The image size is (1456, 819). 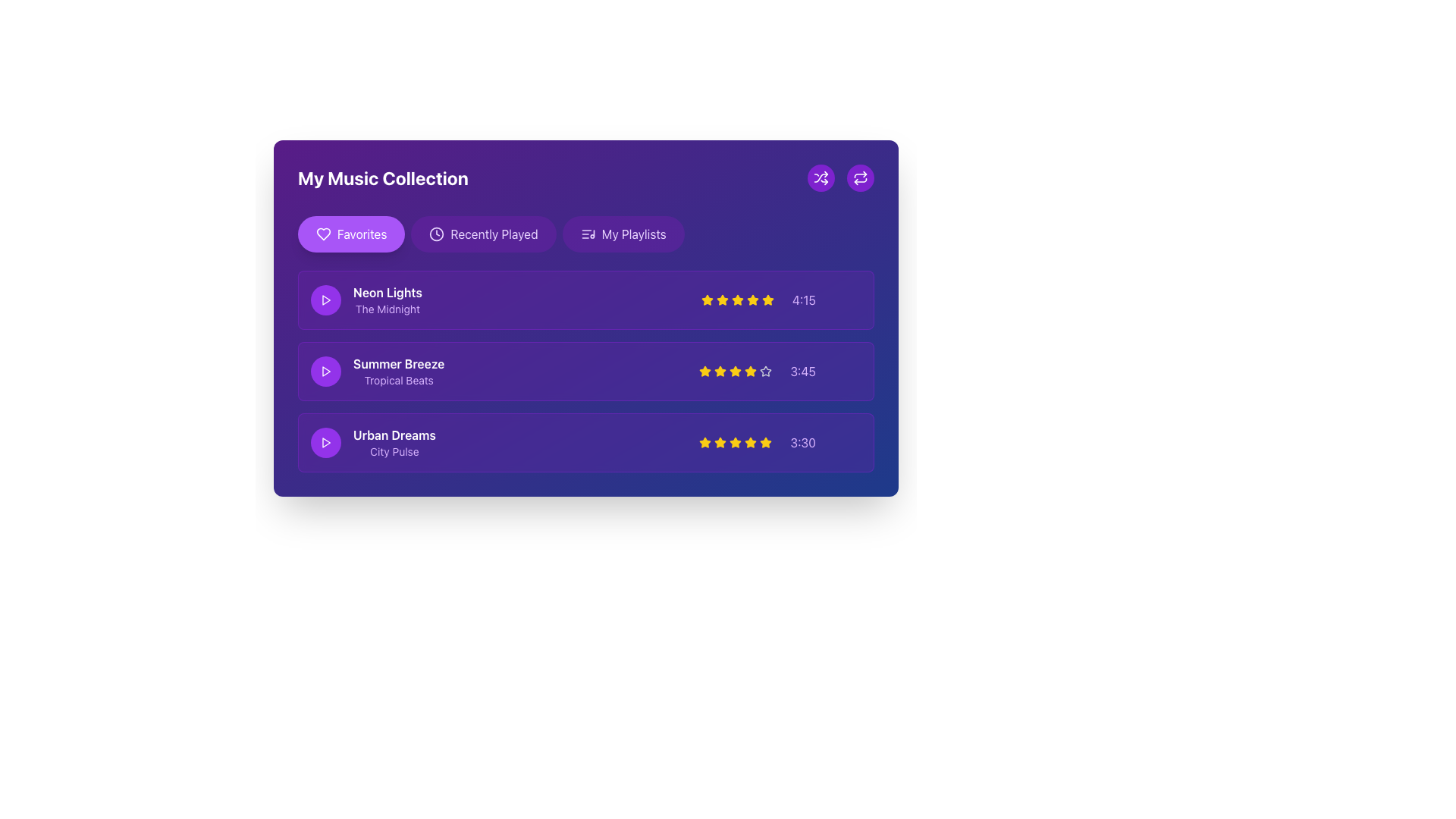 I want to click on the main heading or title text of the music collection management interface, which is centered at the top left of the application and appears above interactive elements, so click(x=383, y=177).